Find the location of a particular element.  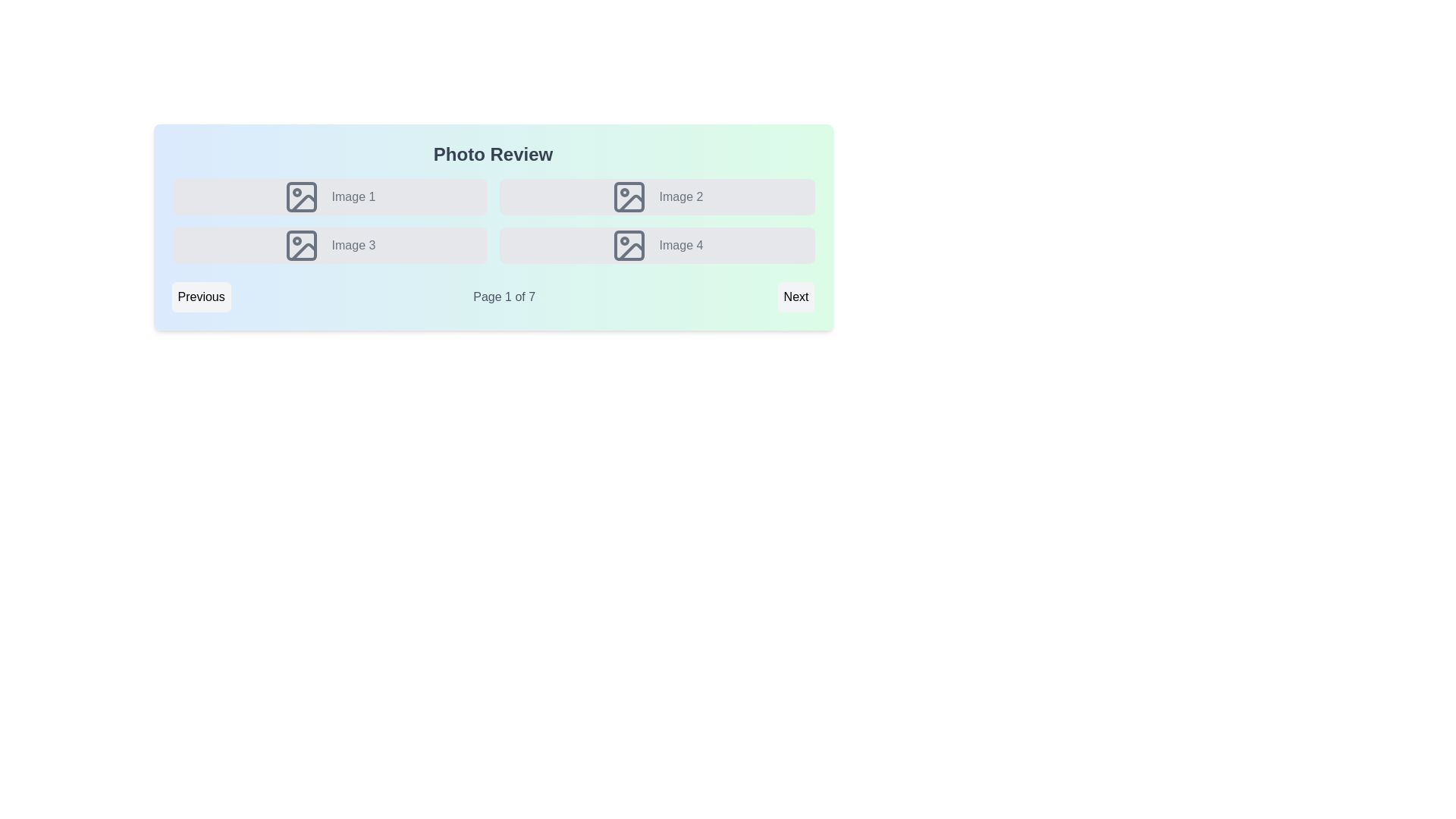

the image icon representing a landscape under the 'Photo Review' label in the second column of the layout grid is located at coordinates (629, 196).